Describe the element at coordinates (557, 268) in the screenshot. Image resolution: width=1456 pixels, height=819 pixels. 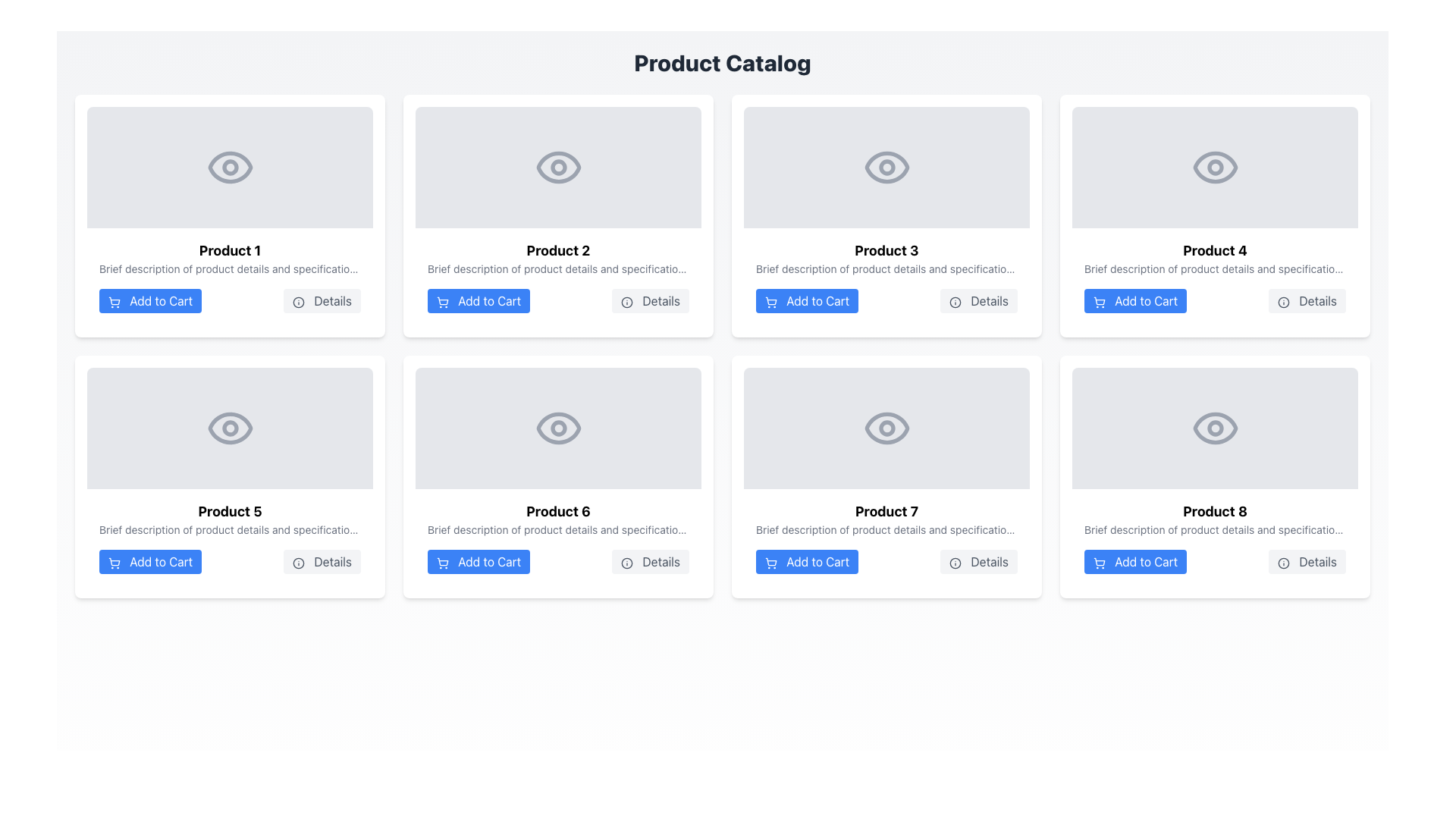
I see `textual description provided by the Text label located in the second row and second column of the product grid, positioned directly below the product title 'Product 2'` at that location.